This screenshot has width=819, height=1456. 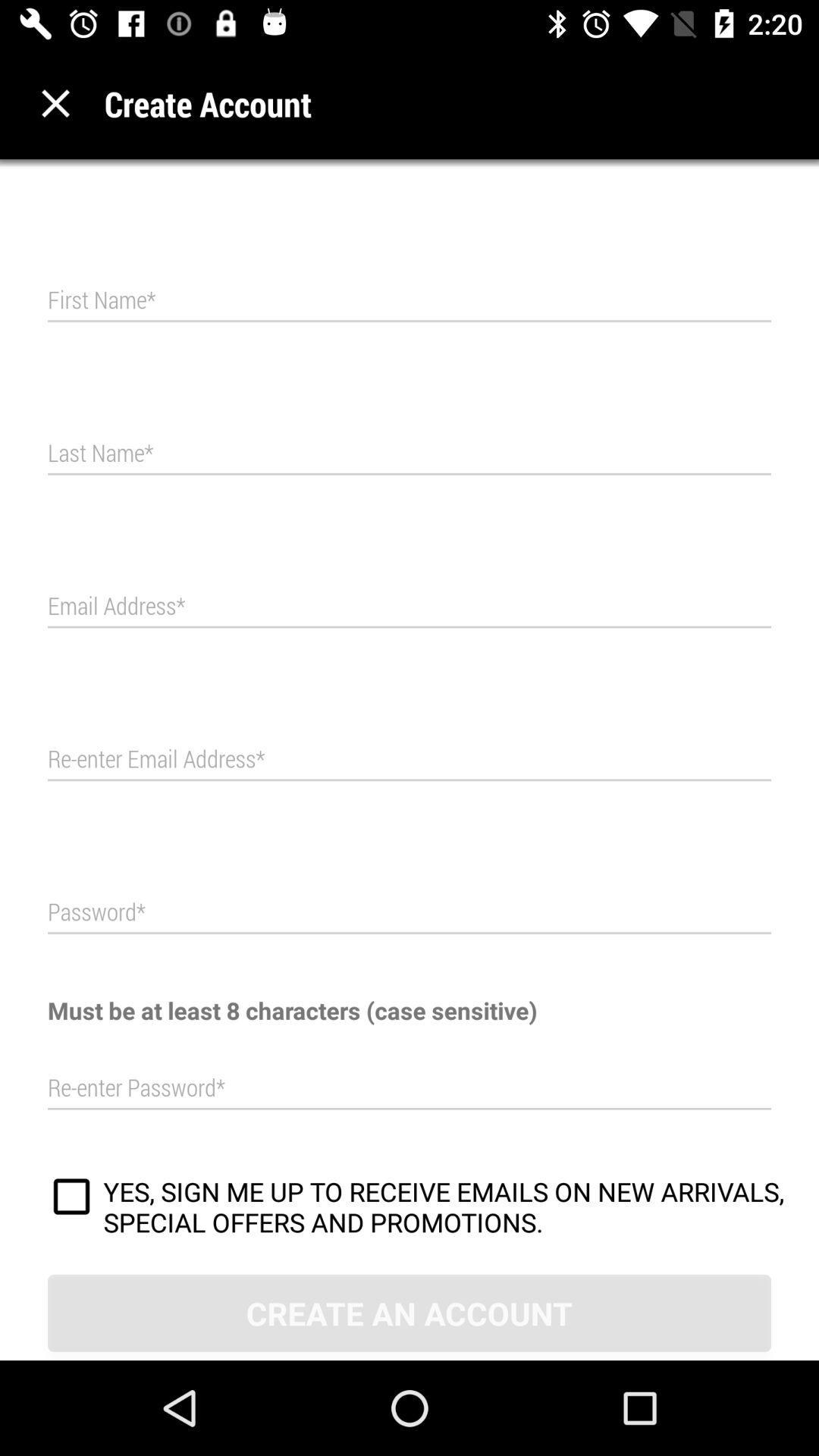 What do you see at coordinates (71, 1198) in the screenshot?
I see `the icon at the bottom left corner` at bounding box center [71, 1198].